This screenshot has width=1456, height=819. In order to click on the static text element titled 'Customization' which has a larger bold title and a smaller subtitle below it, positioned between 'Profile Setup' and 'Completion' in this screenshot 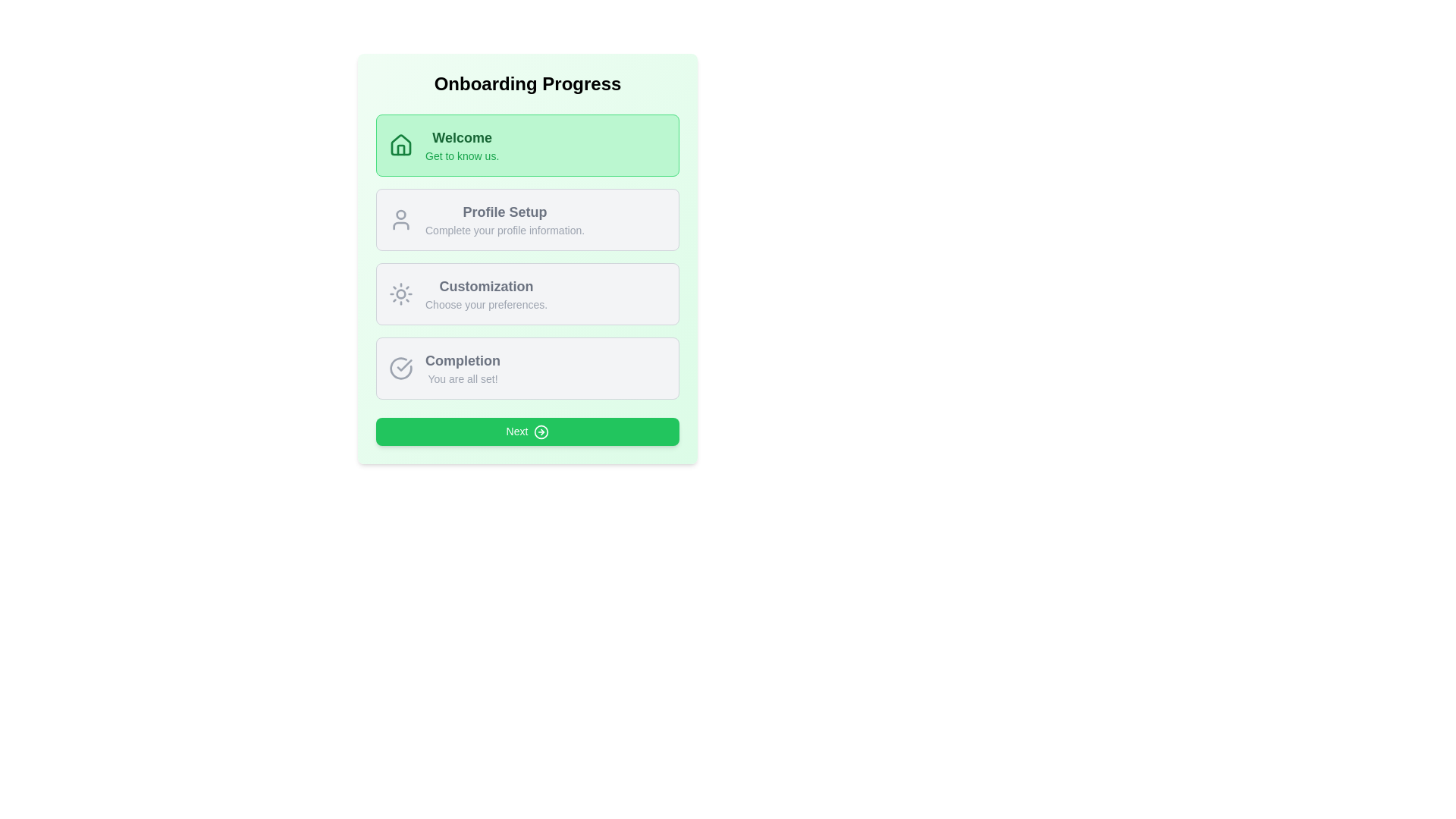, I will do `click(486, 294)`.